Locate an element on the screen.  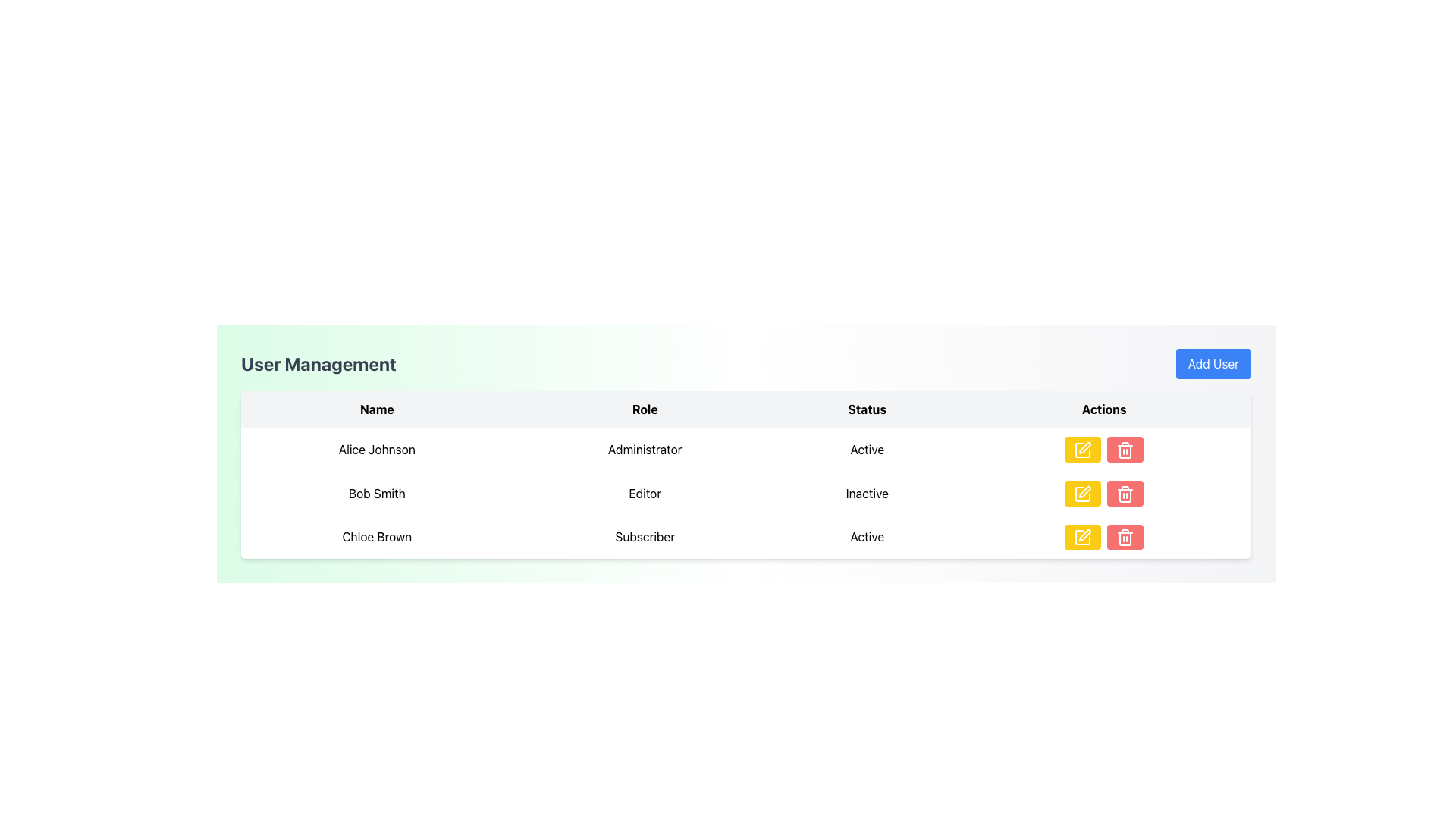
the third row in the User Management table, which contains the user name 'Chloe Brown', role 'Subscriber', and status 'Active' is located at coordinates (745, 536).